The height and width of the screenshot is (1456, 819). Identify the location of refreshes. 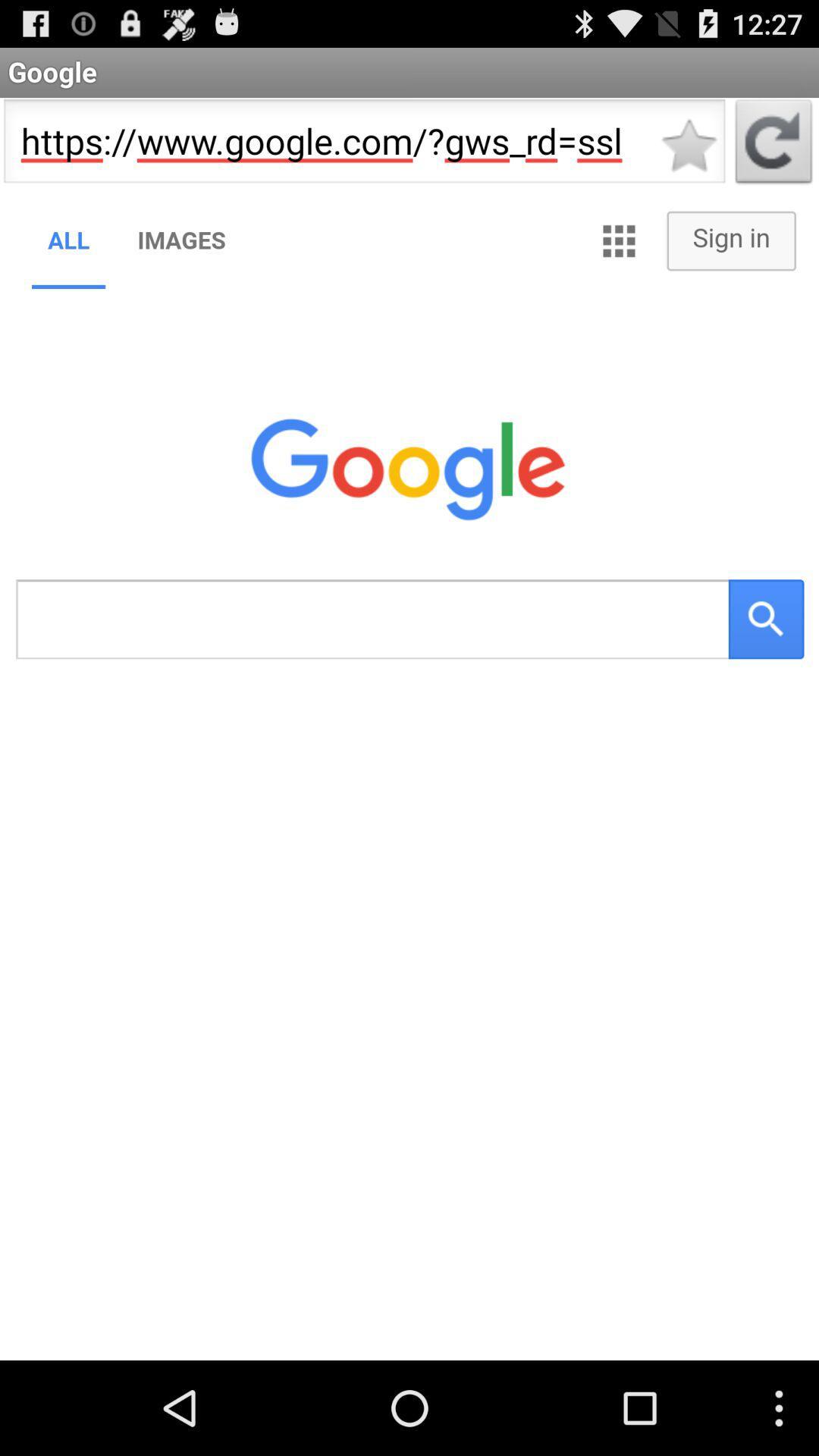
(773, 146).